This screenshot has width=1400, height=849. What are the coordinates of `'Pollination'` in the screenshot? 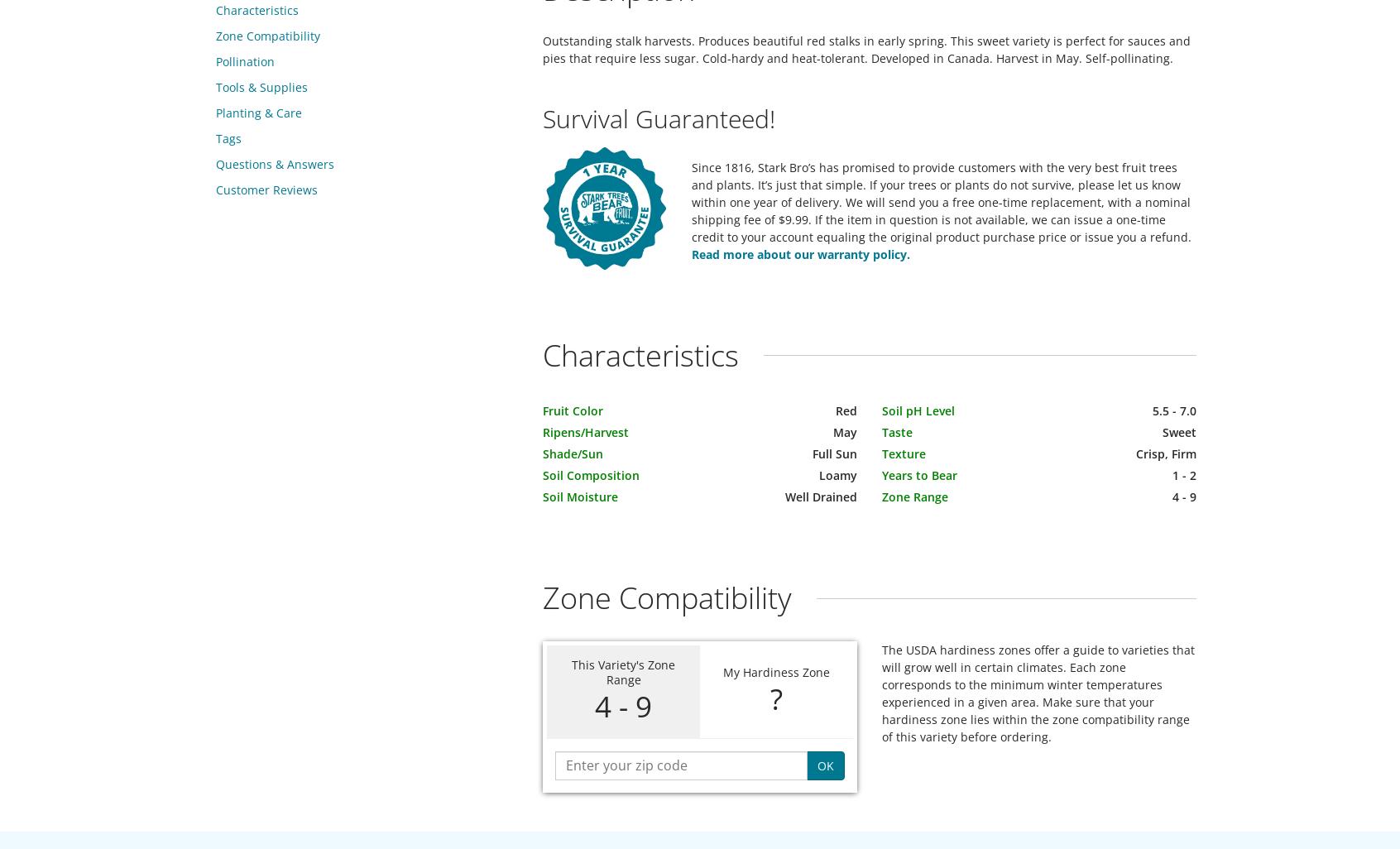 It's located at (216, 60).